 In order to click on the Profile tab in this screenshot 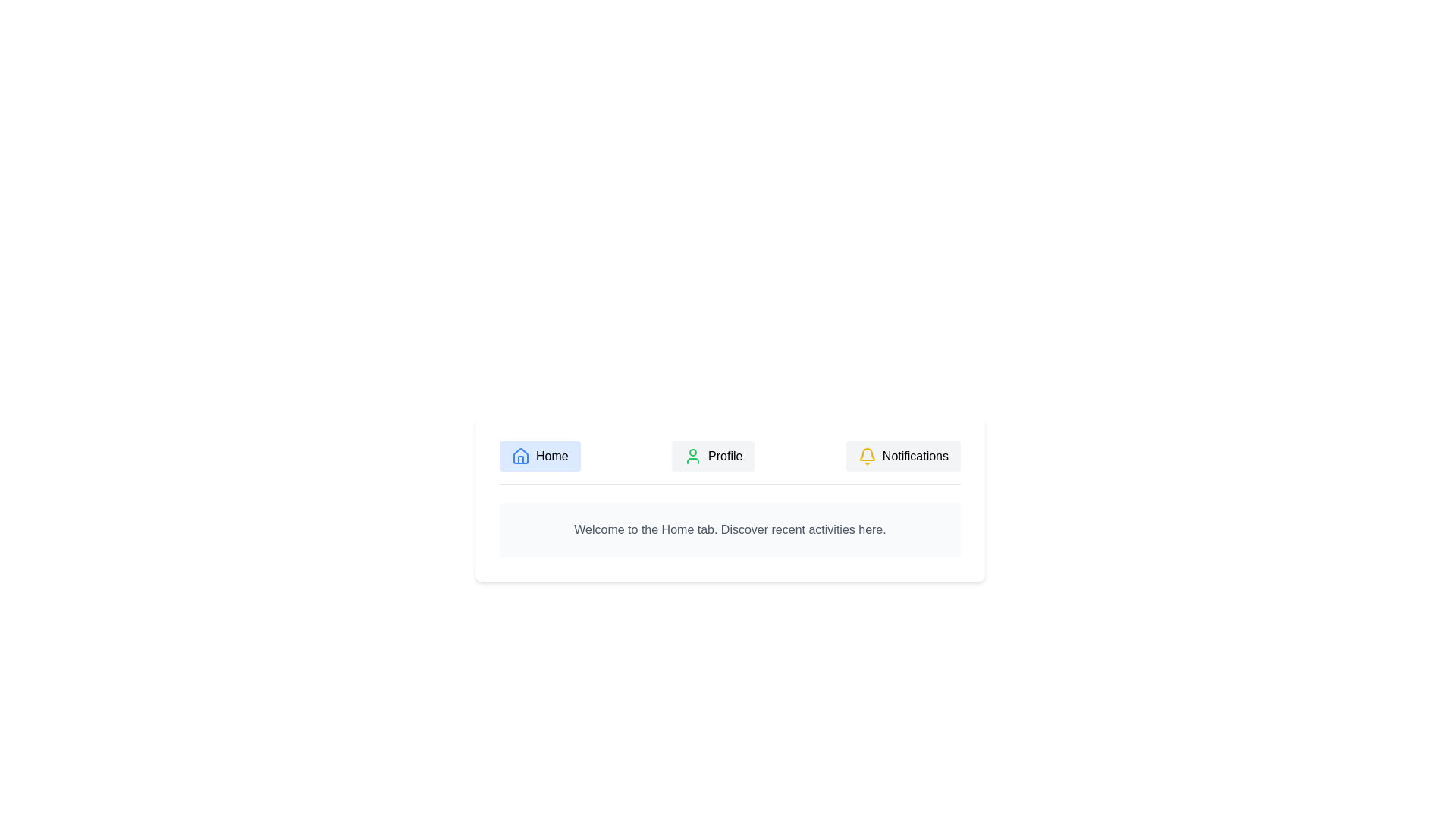, I will do `click(712, 455)`.